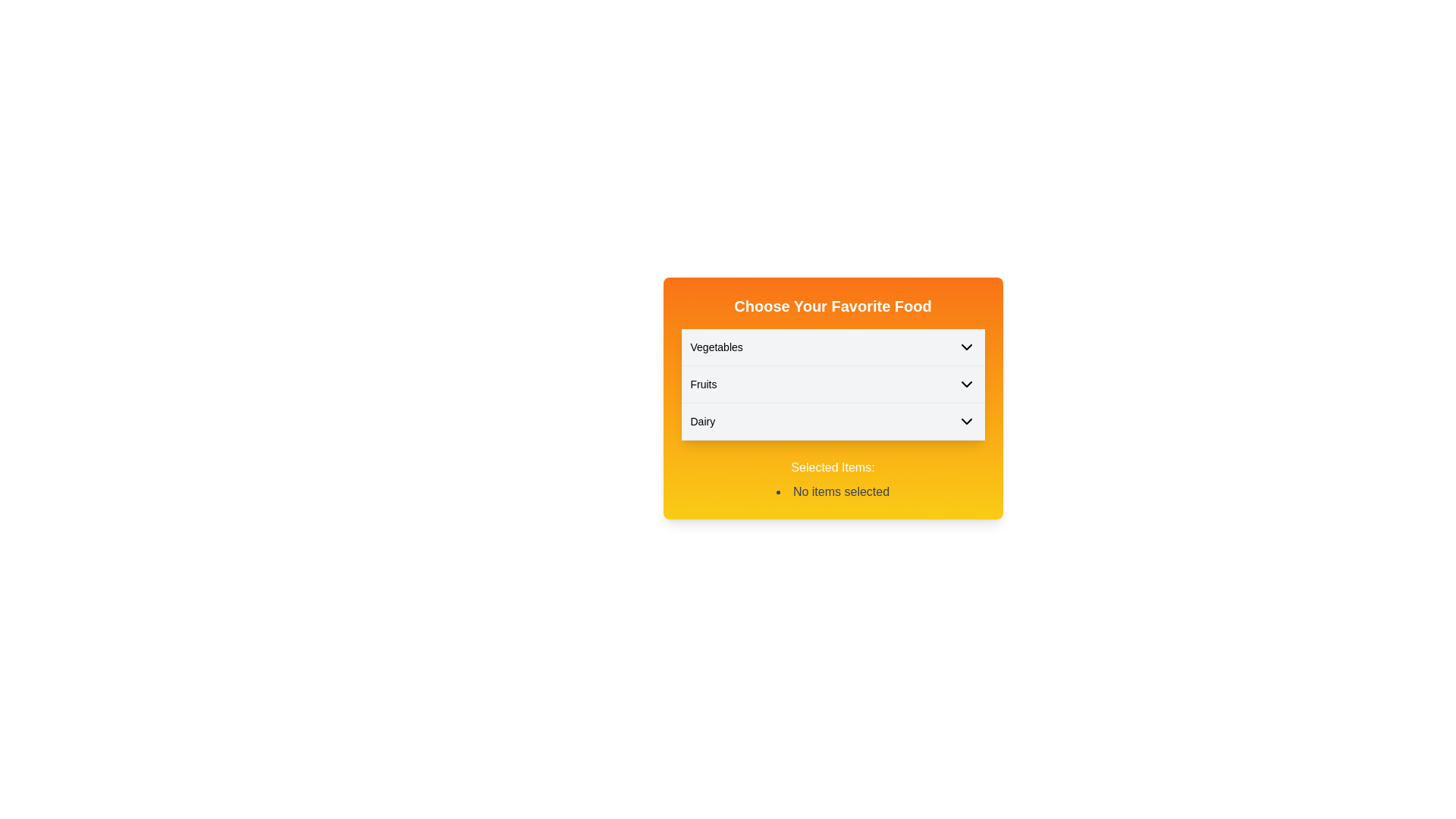  What do you see at coordinates (832, 421) in the screenshot?
I see `the 'Dairy' dropdown list item` at bounding box center [832, 421].